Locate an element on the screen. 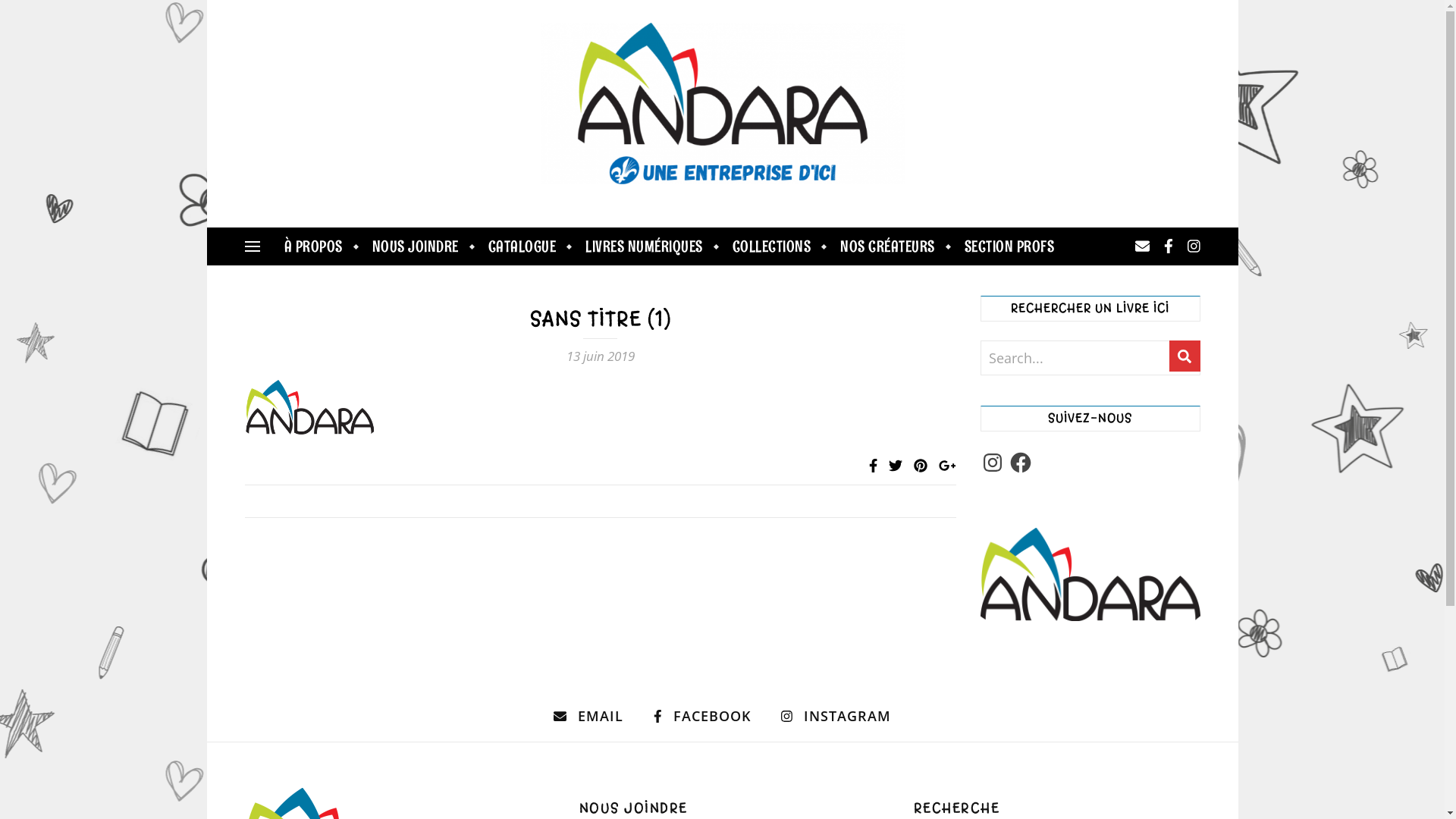 The width and height of the screenshot is (1456, 819). 'FACEBOOK' is located at coordinates (701, 716).